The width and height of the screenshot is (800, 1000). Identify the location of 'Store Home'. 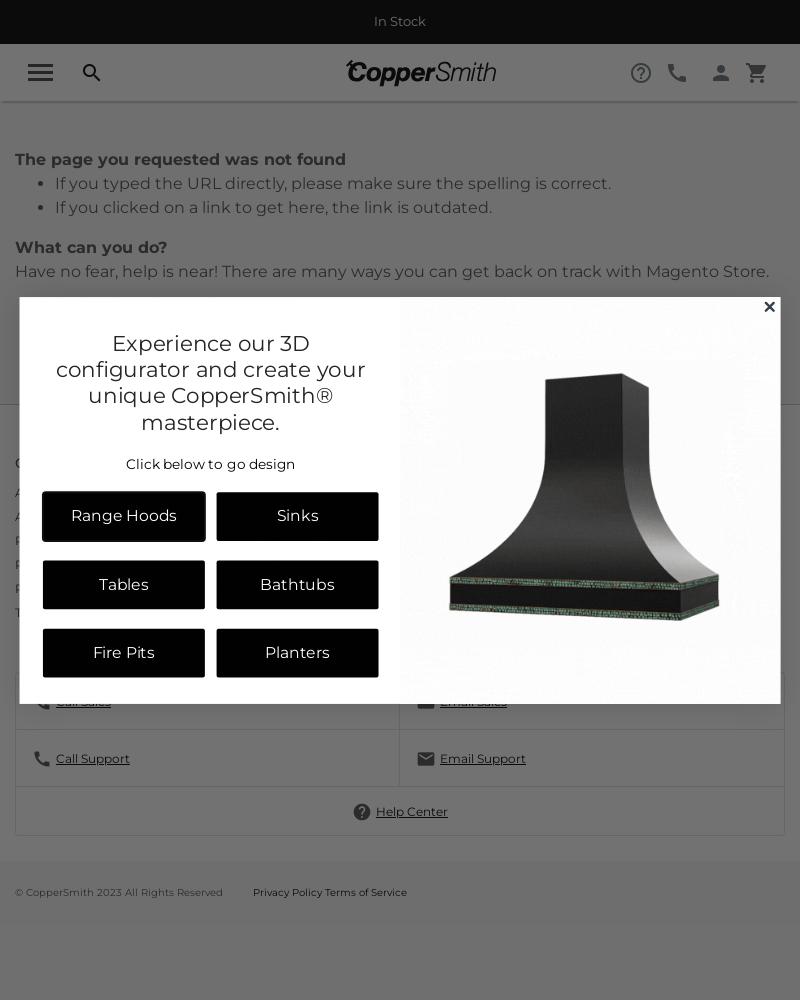
(102, 375).